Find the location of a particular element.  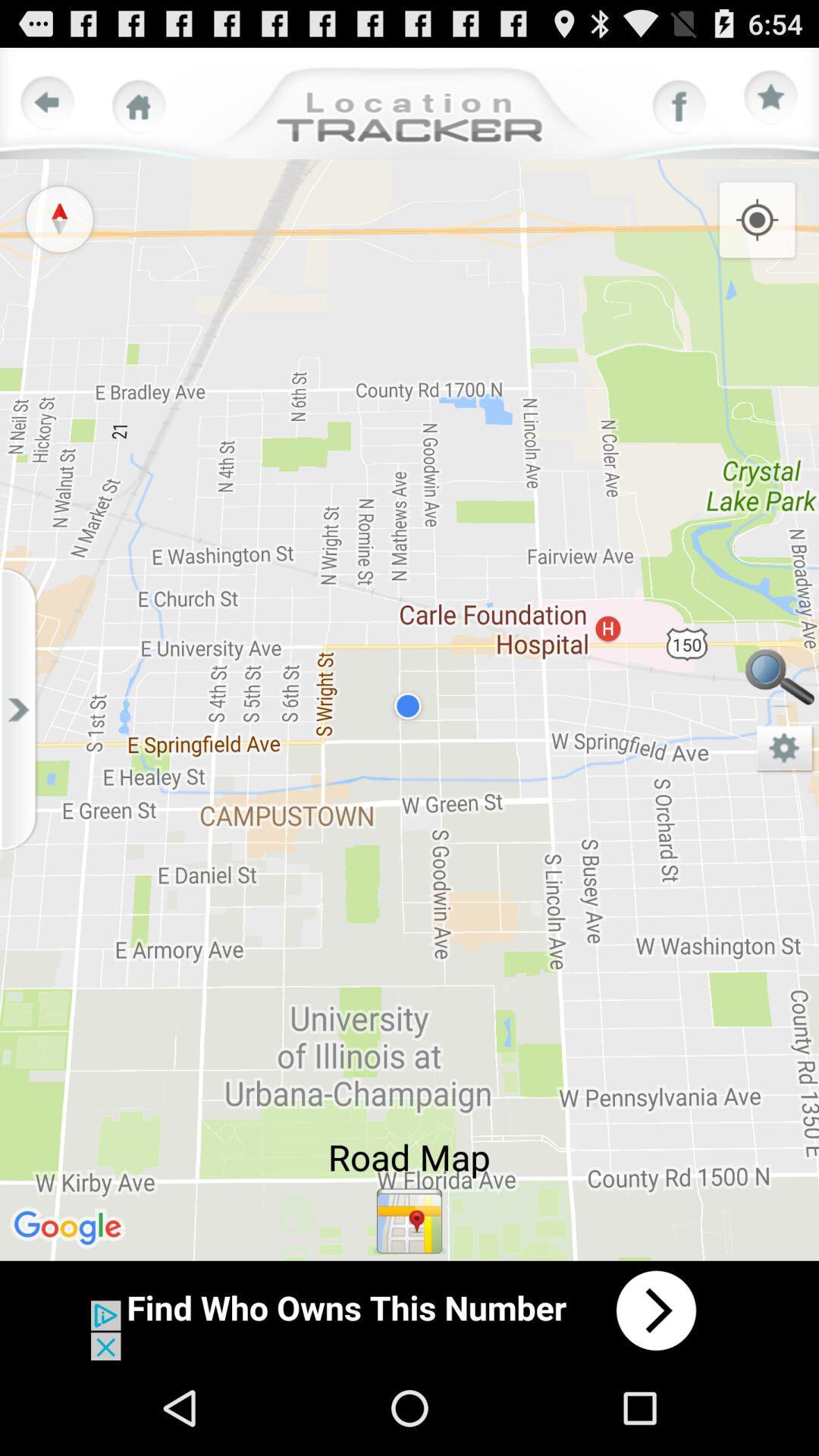

the home icon is located at coordinates (139, 114).